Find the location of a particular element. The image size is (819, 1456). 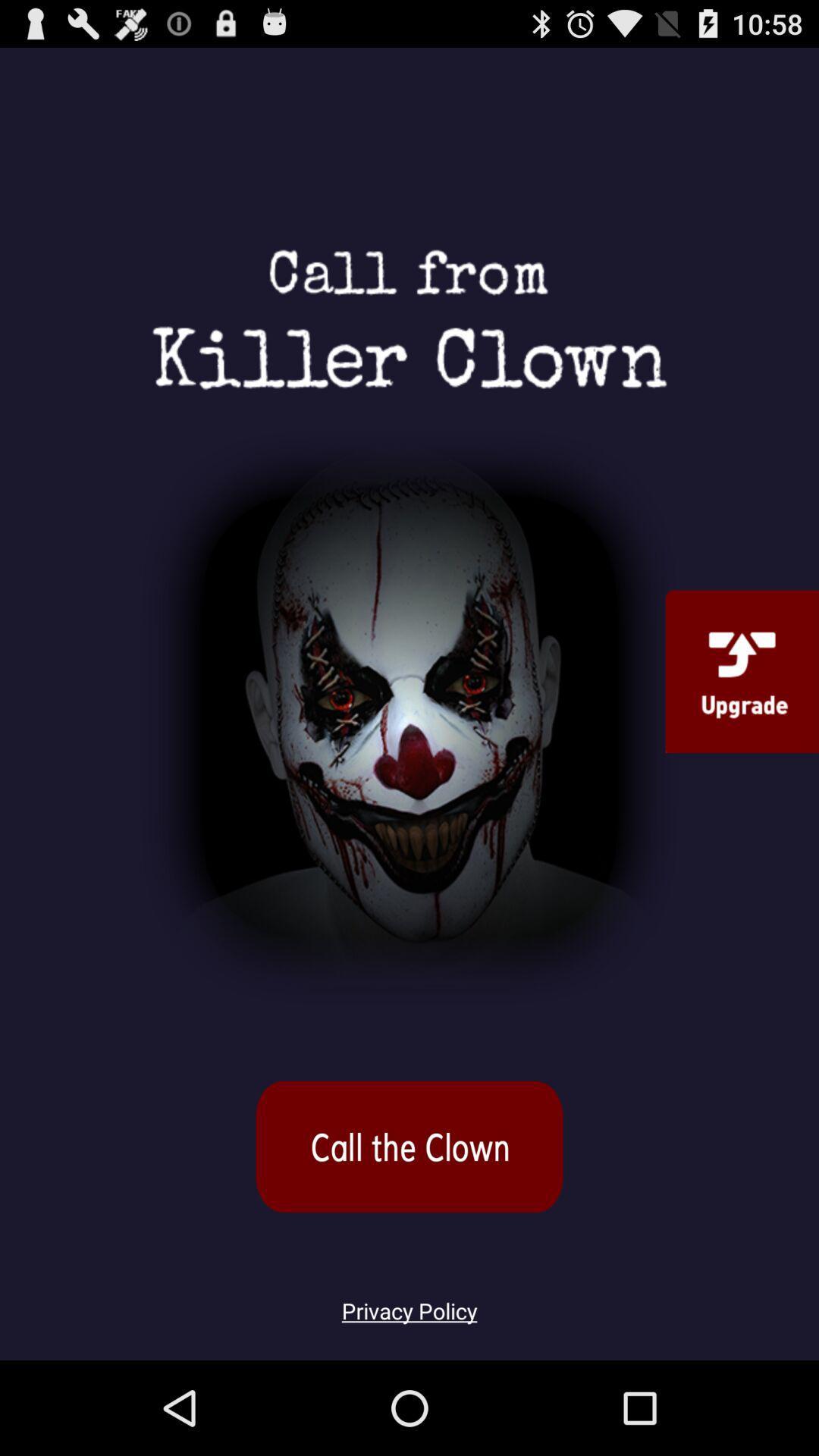

trigger call is located at coordinates (409, 1147).